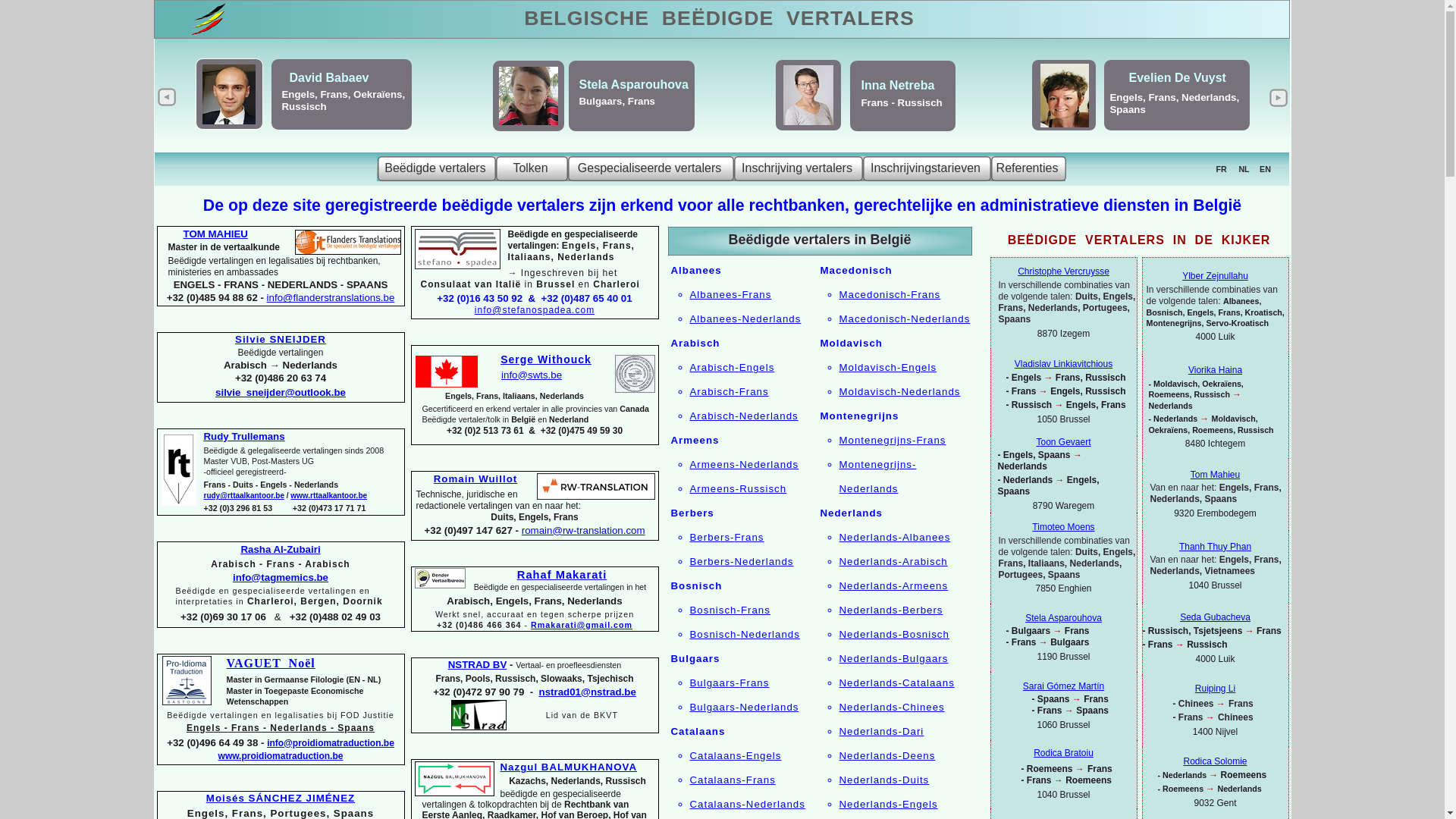 The image size is (1456, 819). I want to click on 'Bulgaars-Nederlands', so click(745, 707).